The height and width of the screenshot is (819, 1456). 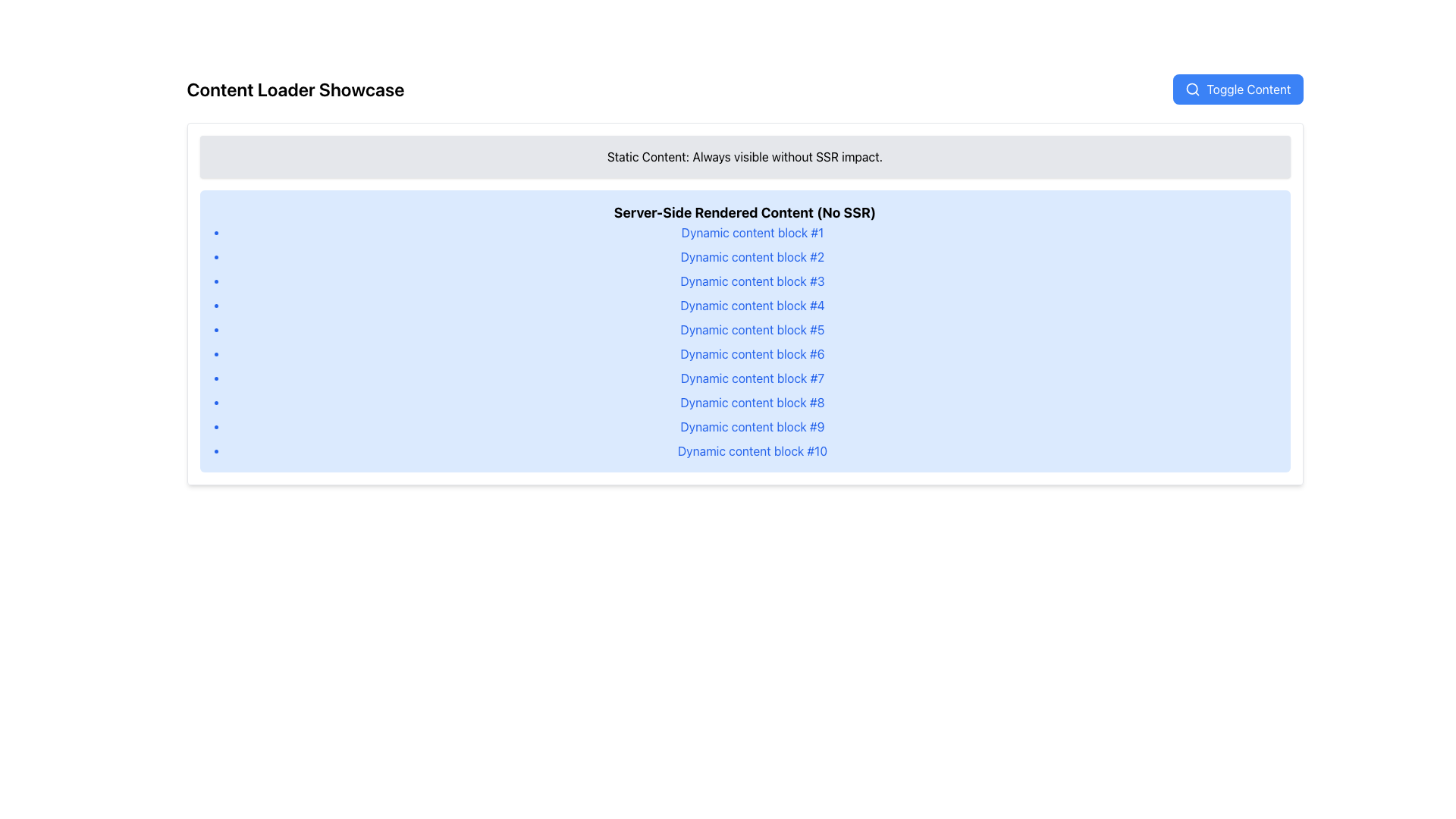 What do you see at coordinates (752, 353) in the screenshot?
I see `the static text element displaying 'Dynamic content block #6' in the vertically arranged list` at bounding box center [752, 353].